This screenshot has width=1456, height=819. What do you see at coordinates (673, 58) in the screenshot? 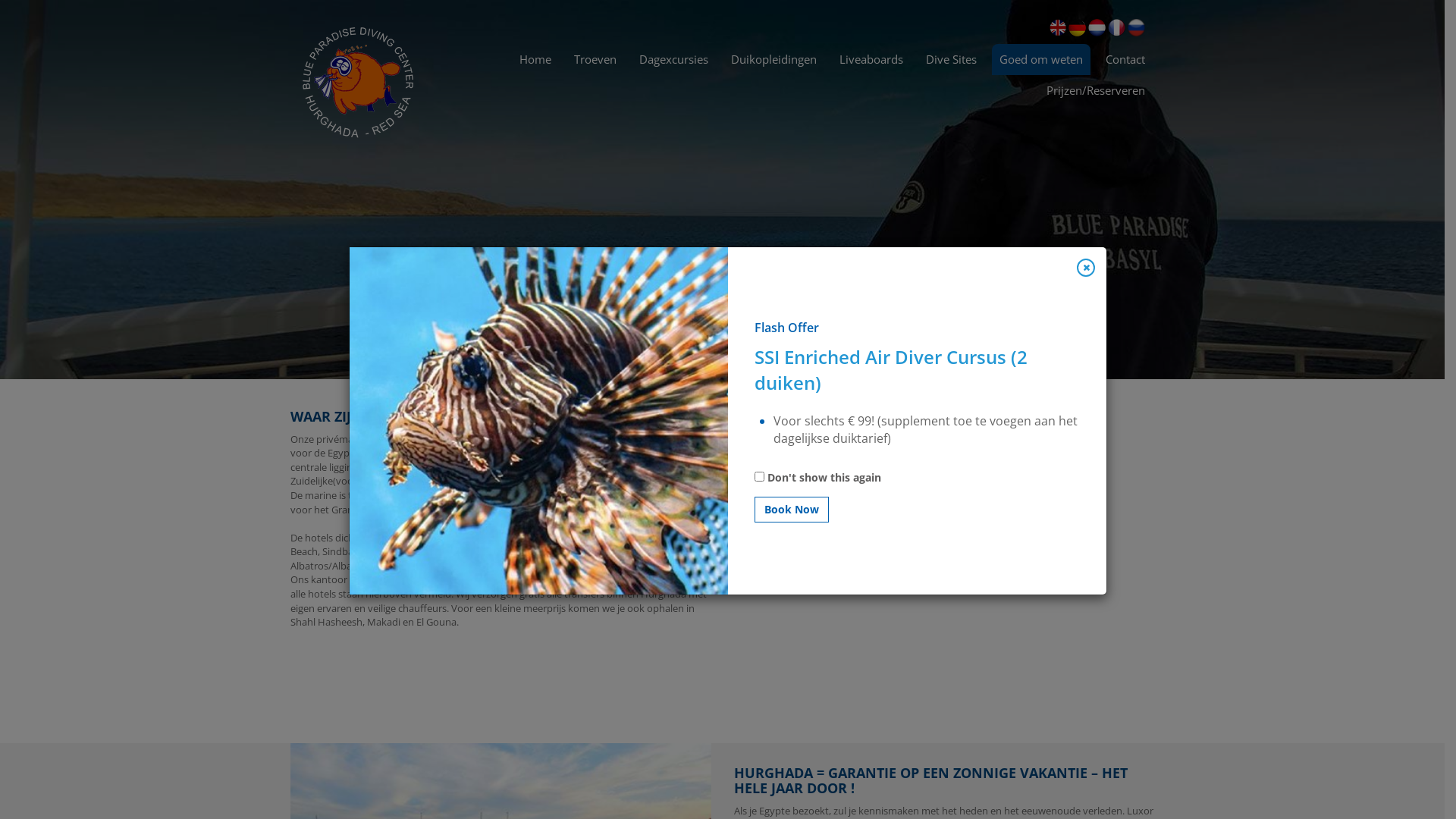
I see `'Dagexcursies'` at bounding box center [673, 58].